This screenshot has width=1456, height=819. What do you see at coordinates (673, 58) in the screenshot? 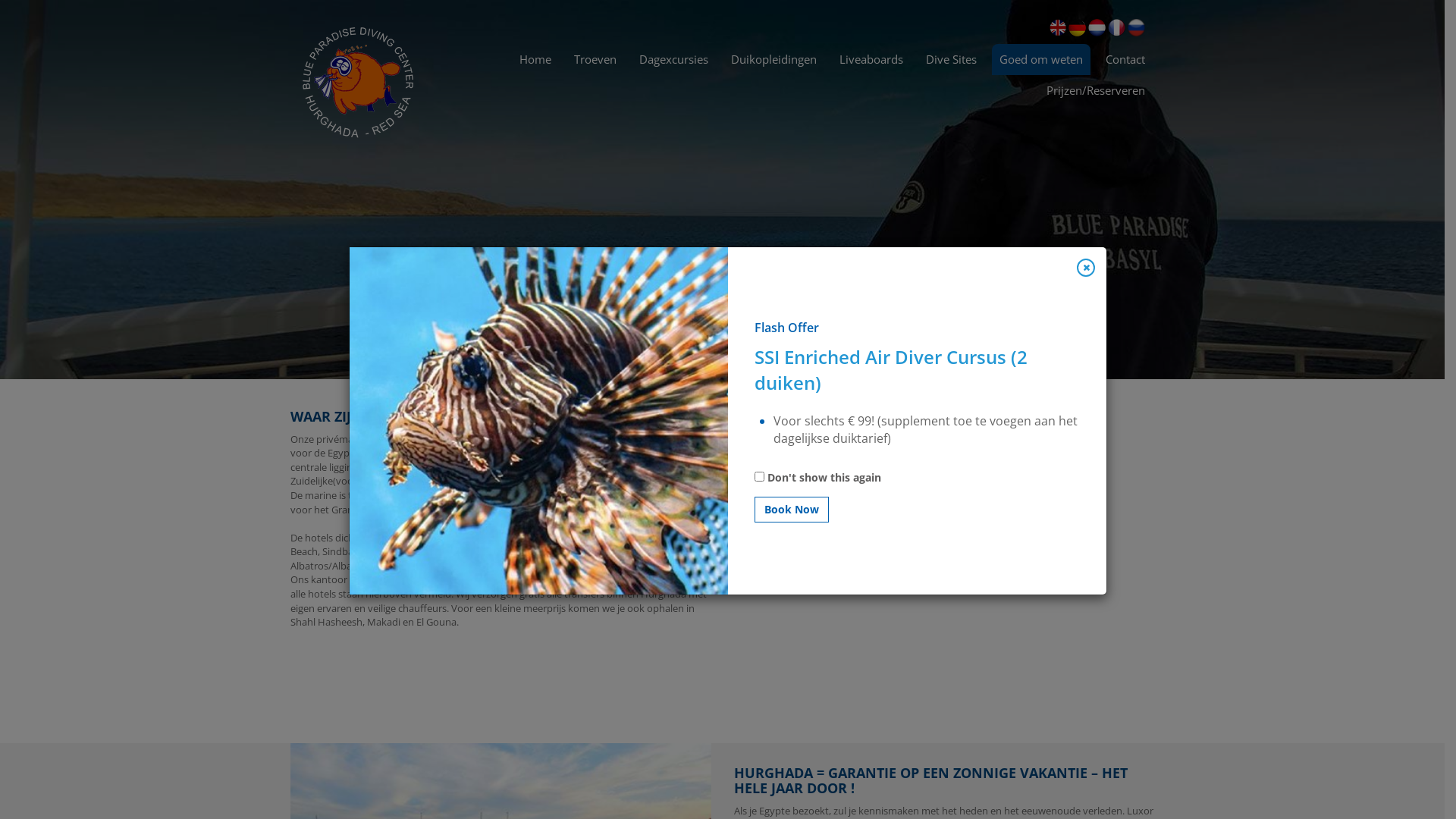
I see `'Dagexcursies'` at bounding box center [673, 58].